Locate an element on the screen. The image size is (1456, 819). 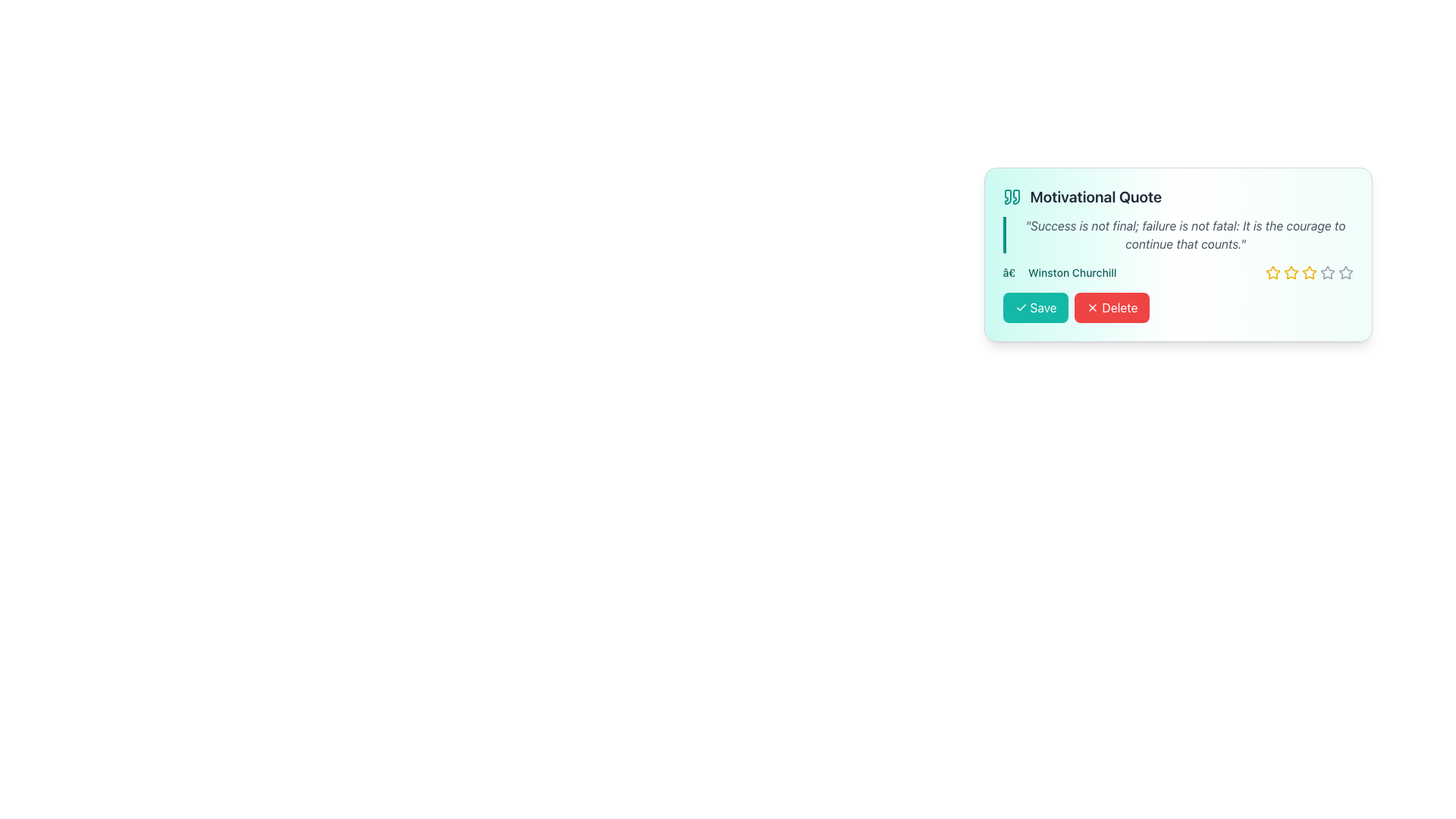
the second star icon from the left in the horizontal row of five stars is located at coordinates (1308, 271).